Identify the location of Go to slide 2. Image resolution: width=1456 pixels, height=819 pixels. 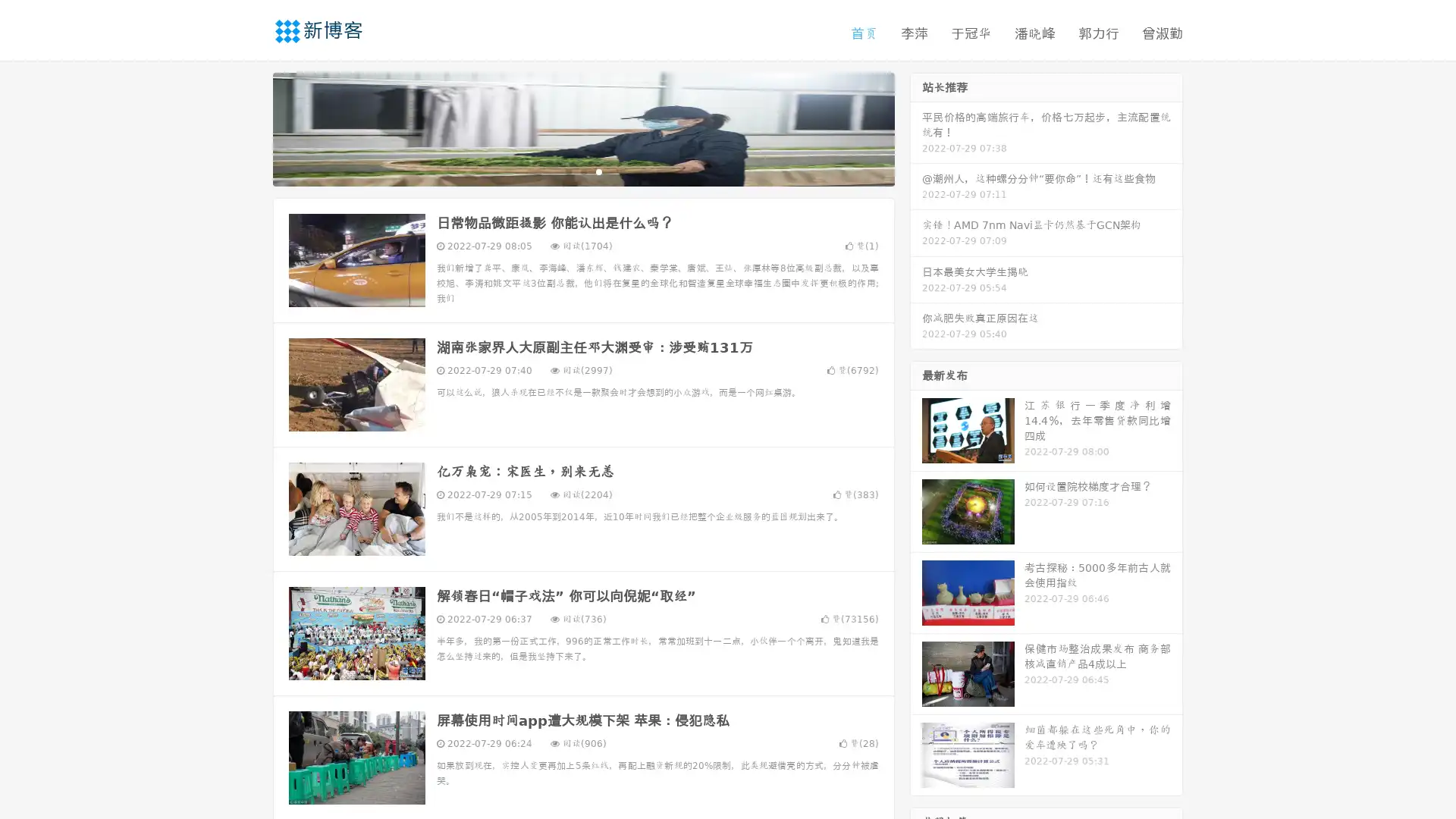
(582, 171).